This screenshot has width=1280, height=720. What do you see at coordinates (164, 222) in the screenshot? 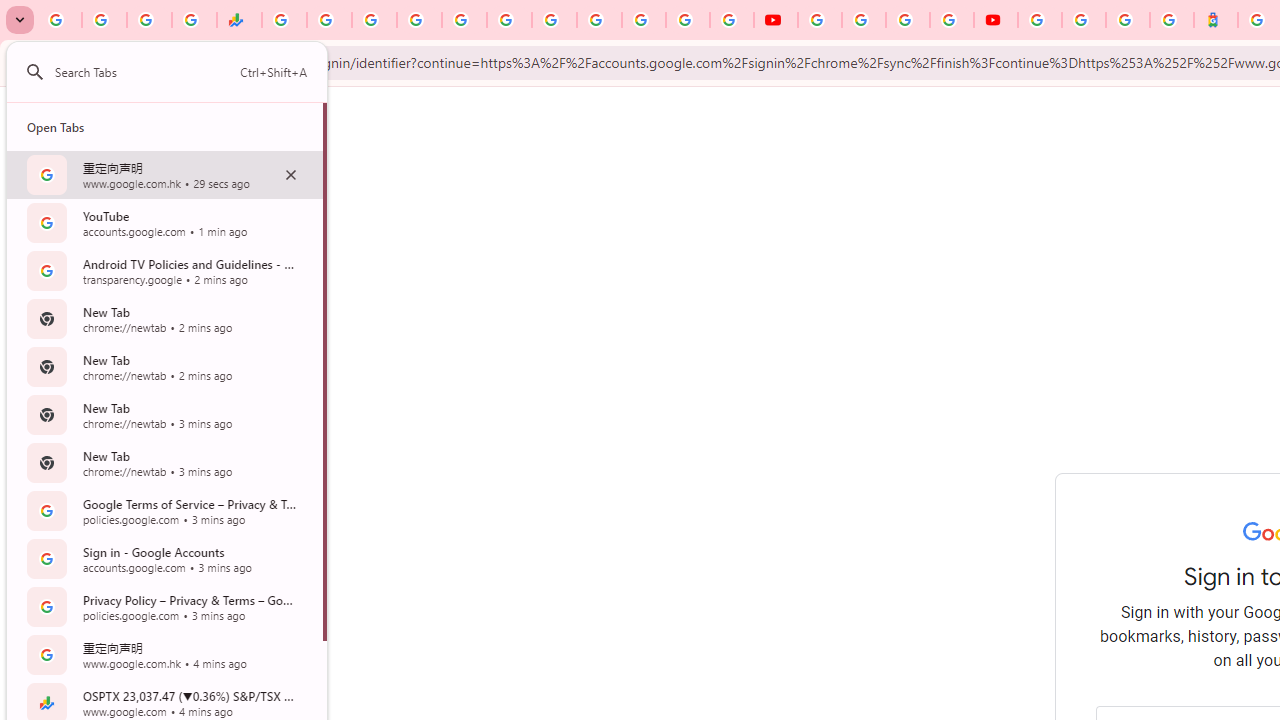
I see `'YouTube accounts.google.com 1 min ago Open Tab'` at bounding box center [164, 222].